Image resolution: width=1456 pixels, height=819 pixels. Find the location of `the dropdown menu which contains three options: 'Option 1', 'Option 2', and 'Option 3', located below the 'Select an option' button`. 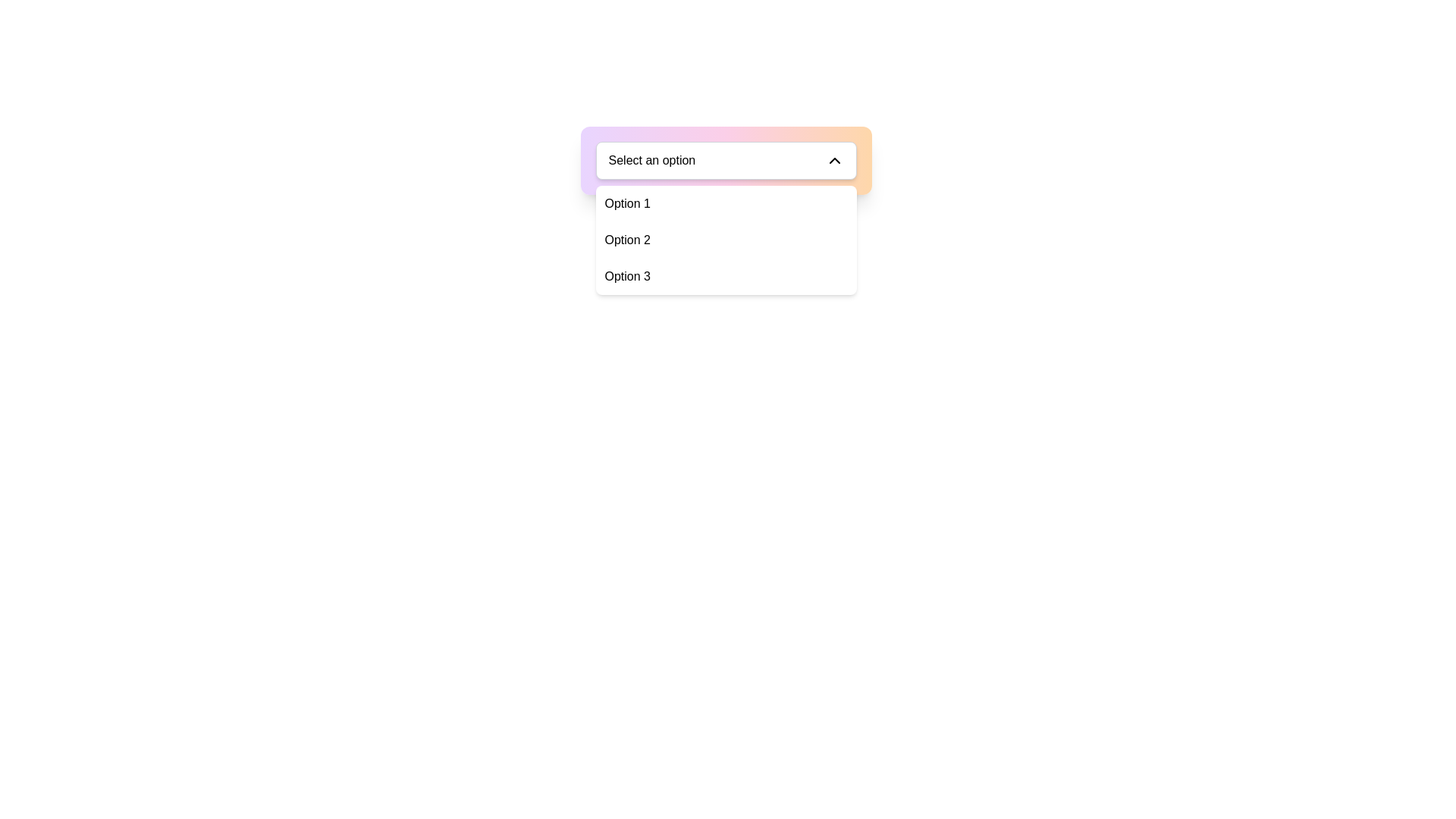

the dropdown menu which contains three options: 'Option 1', 'Option 2', and 'Option 3', located below the 'Select an option' button is located at coordinates (725, 239).